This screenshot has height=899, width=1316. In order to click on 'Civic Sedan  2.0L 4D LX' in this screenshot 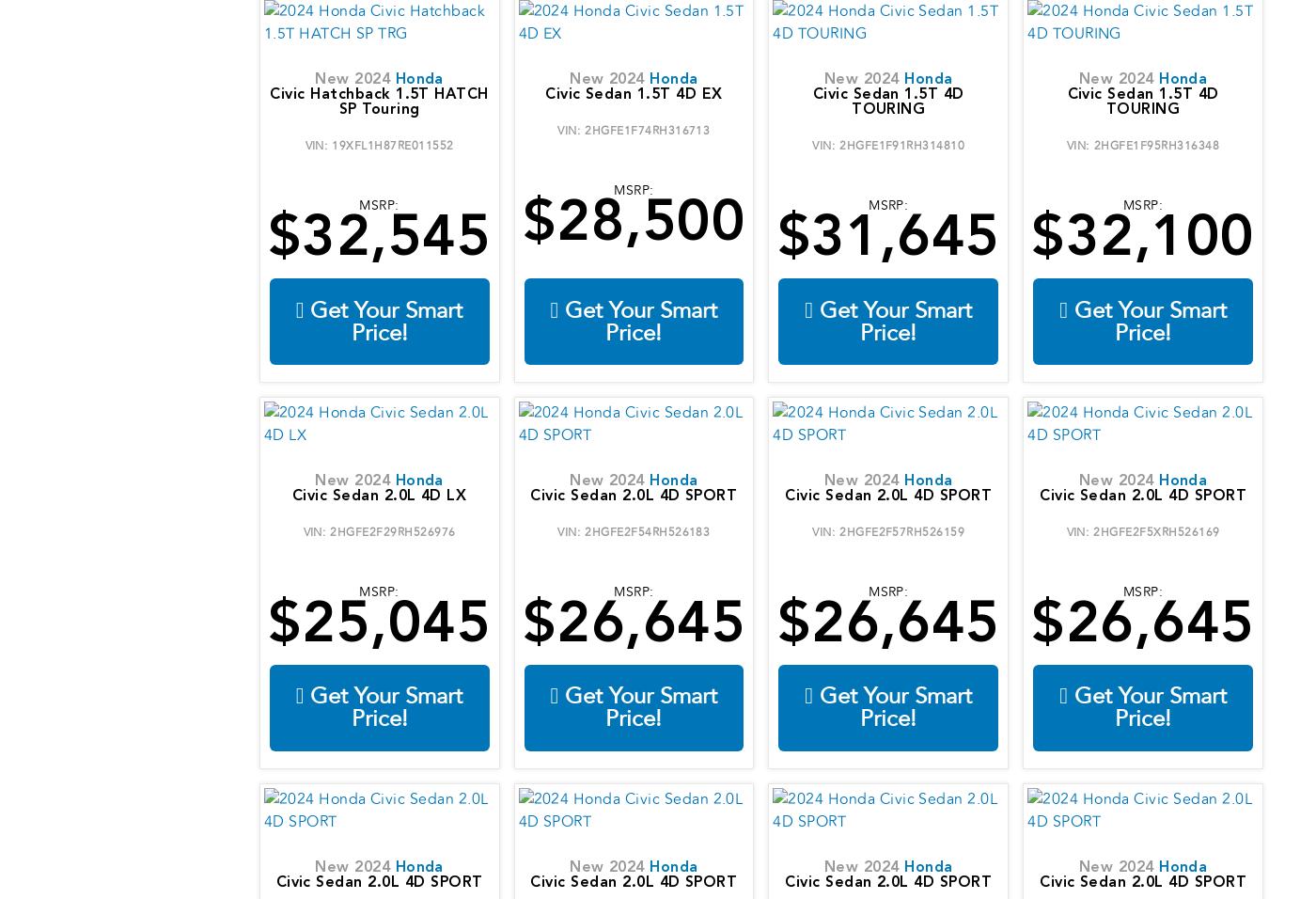, I will do `click(290, 495)`.